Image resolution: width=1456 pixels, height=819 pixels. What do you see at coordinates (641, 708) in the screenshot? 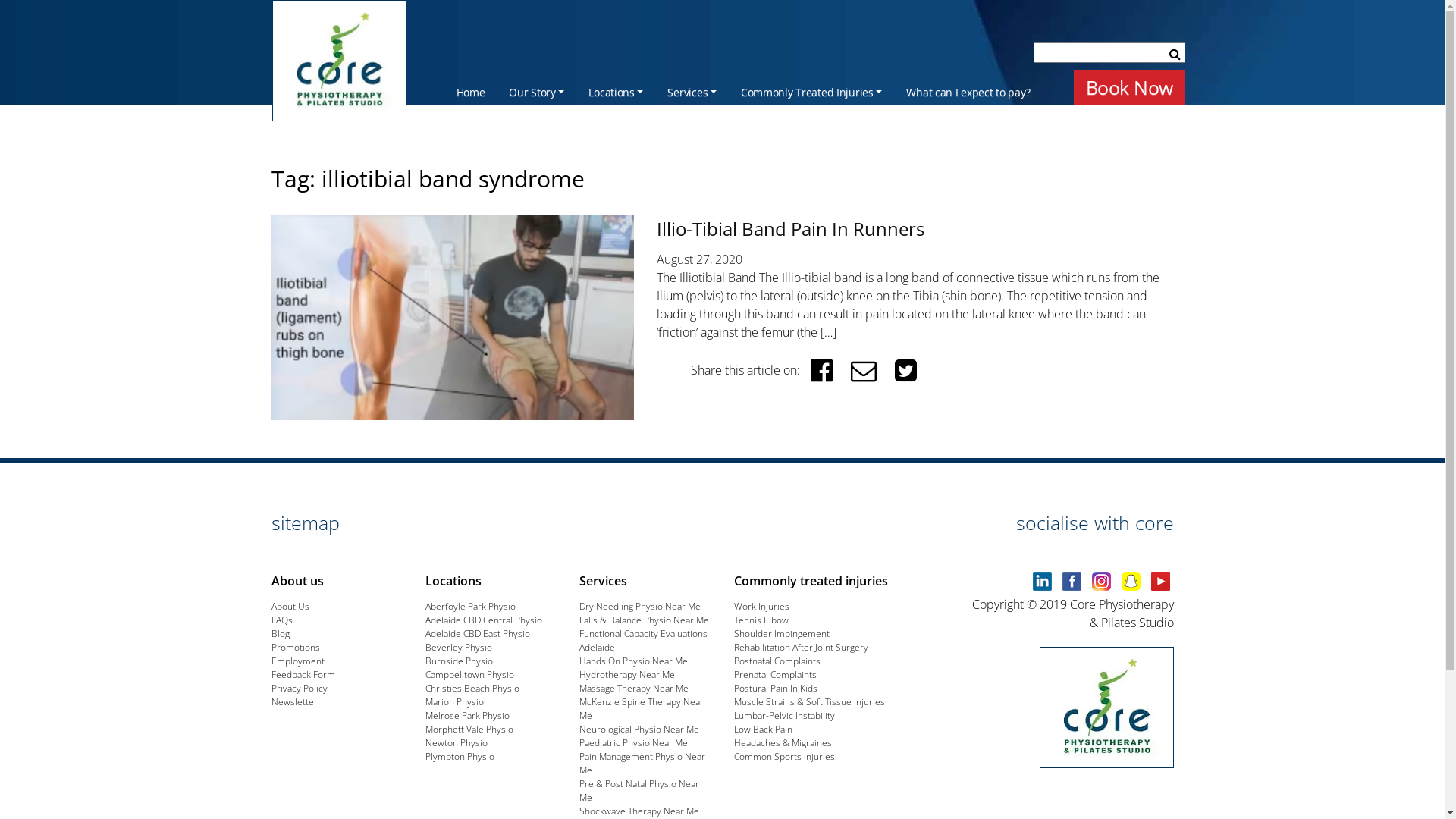
I see `'McKenzie Spine Therapy Near Me'` at bounding box center [641, 708].